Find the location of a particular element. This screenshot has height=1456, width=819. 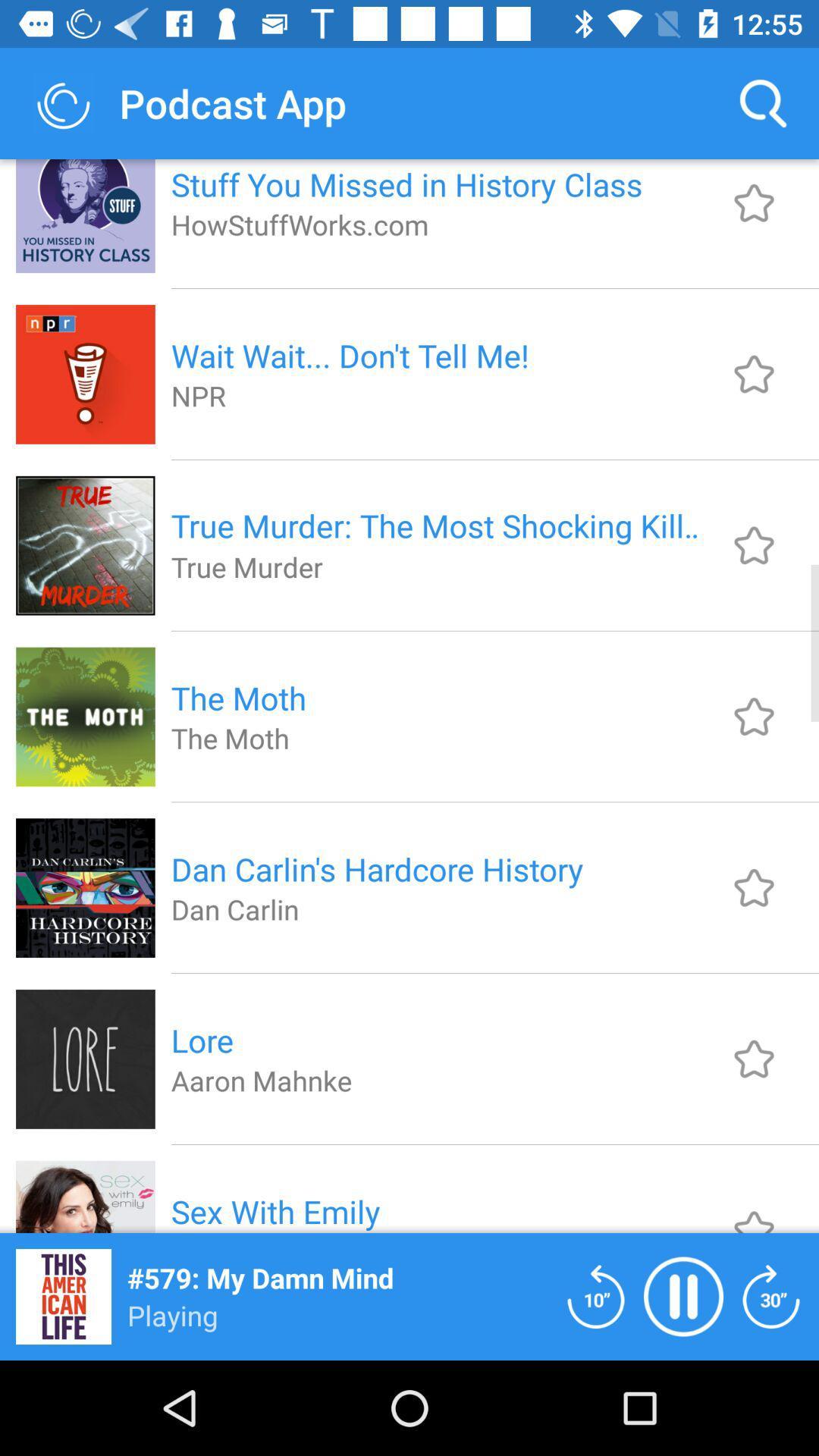

save is located at coordinates (754, 374).